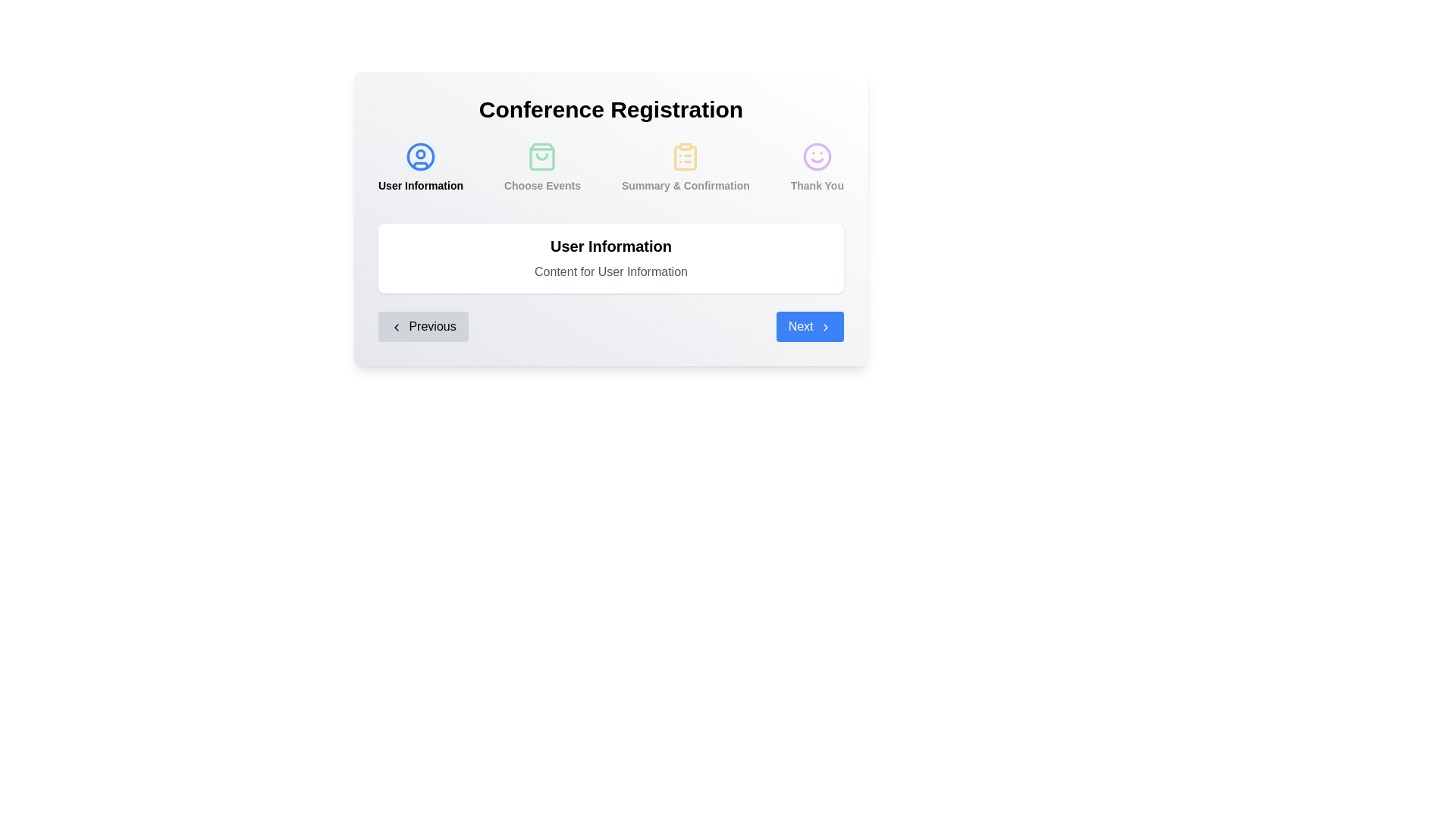  I want to click on the 'Next' button, which contains the chevron right icon for forward navigation, so click(825, 326).